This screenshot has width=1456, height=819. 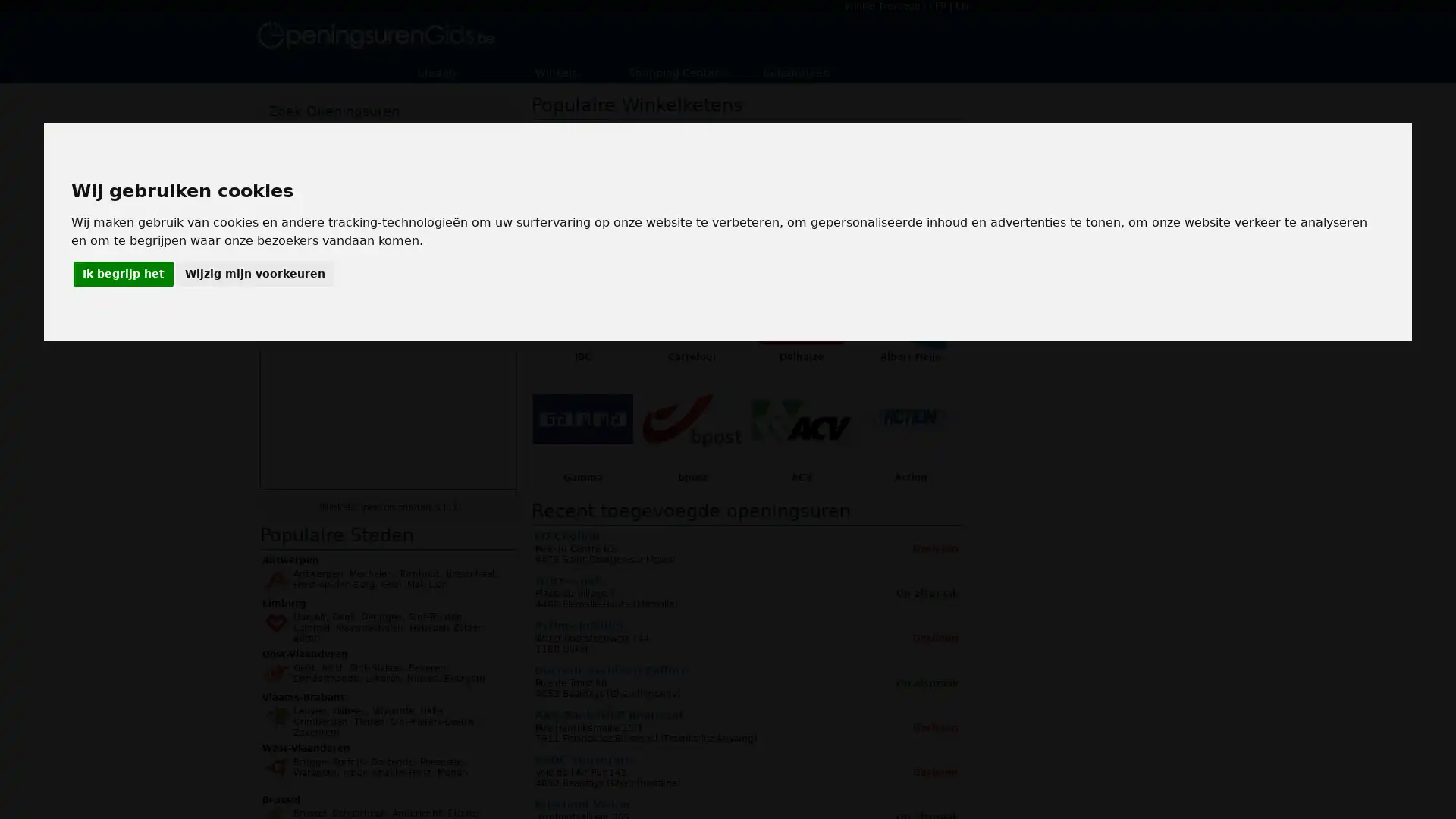 What do you see at coordinates (254, 274) in the screenshot?
I see `Wijzig mijn voorkeuren` at bounding box center [254, 274].